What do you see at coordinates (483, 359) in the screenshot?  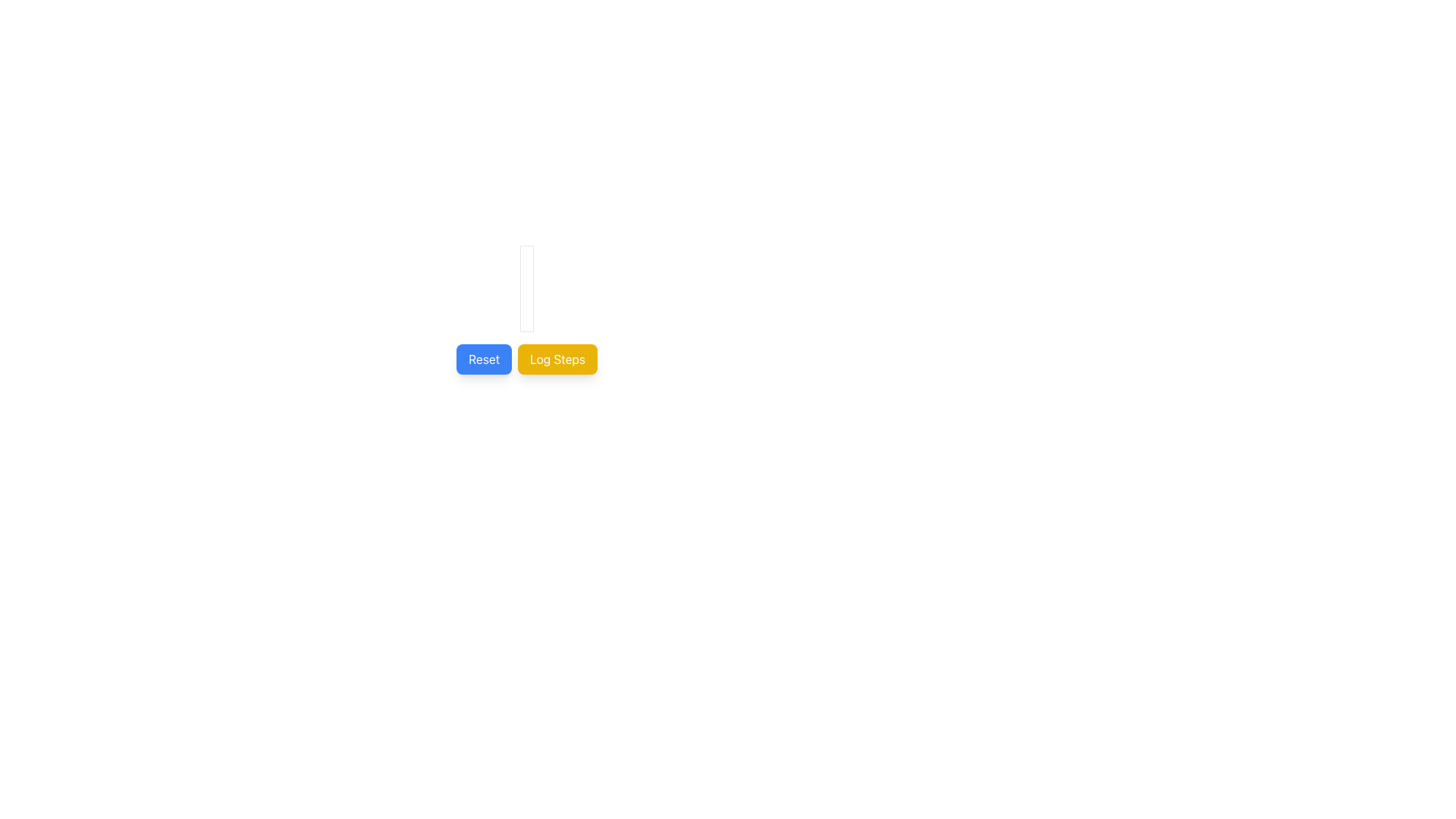 I see `the 'Reset' button with a blue background and white text to observe the style change` at bounding box center [483, 359].